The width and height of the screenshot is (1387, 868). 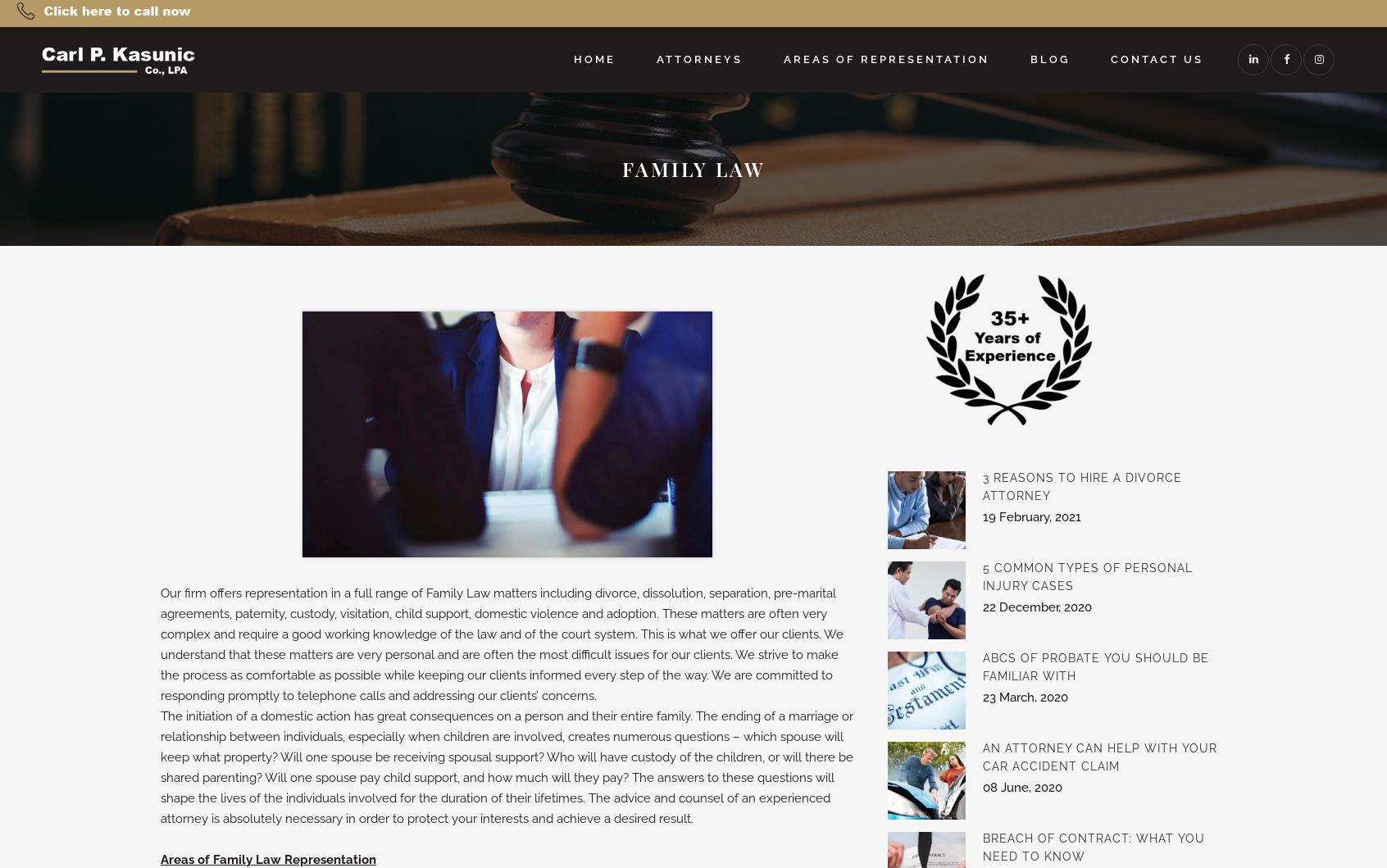 I want to click on 'ABCs of Probate You Should Be Familiar With', so click(x=980, y=666).